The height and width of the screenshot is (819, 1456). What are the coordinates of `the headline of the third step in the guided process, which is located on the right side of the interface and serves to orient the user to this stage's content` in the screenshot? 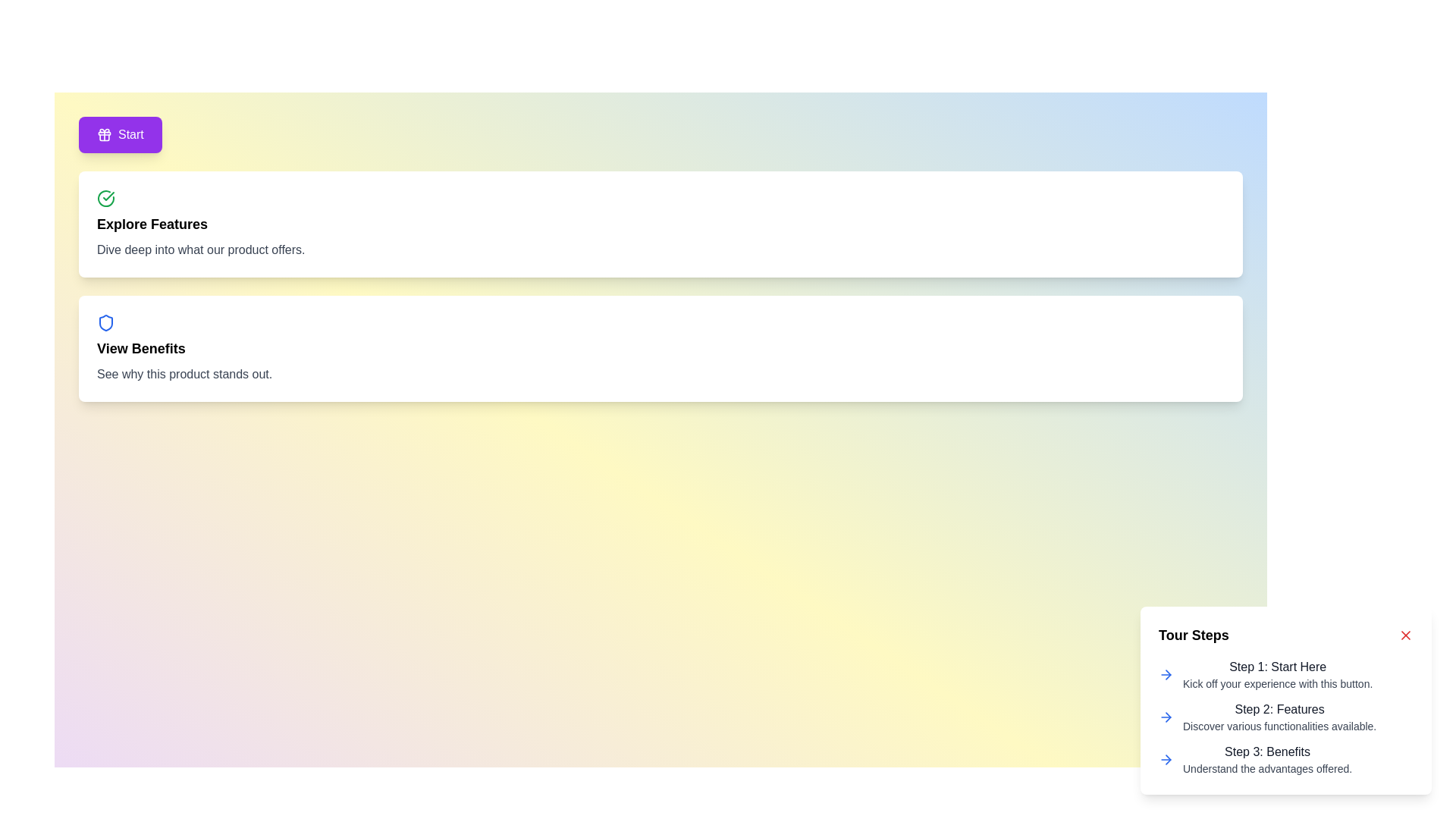 It's located at (1267, 752).